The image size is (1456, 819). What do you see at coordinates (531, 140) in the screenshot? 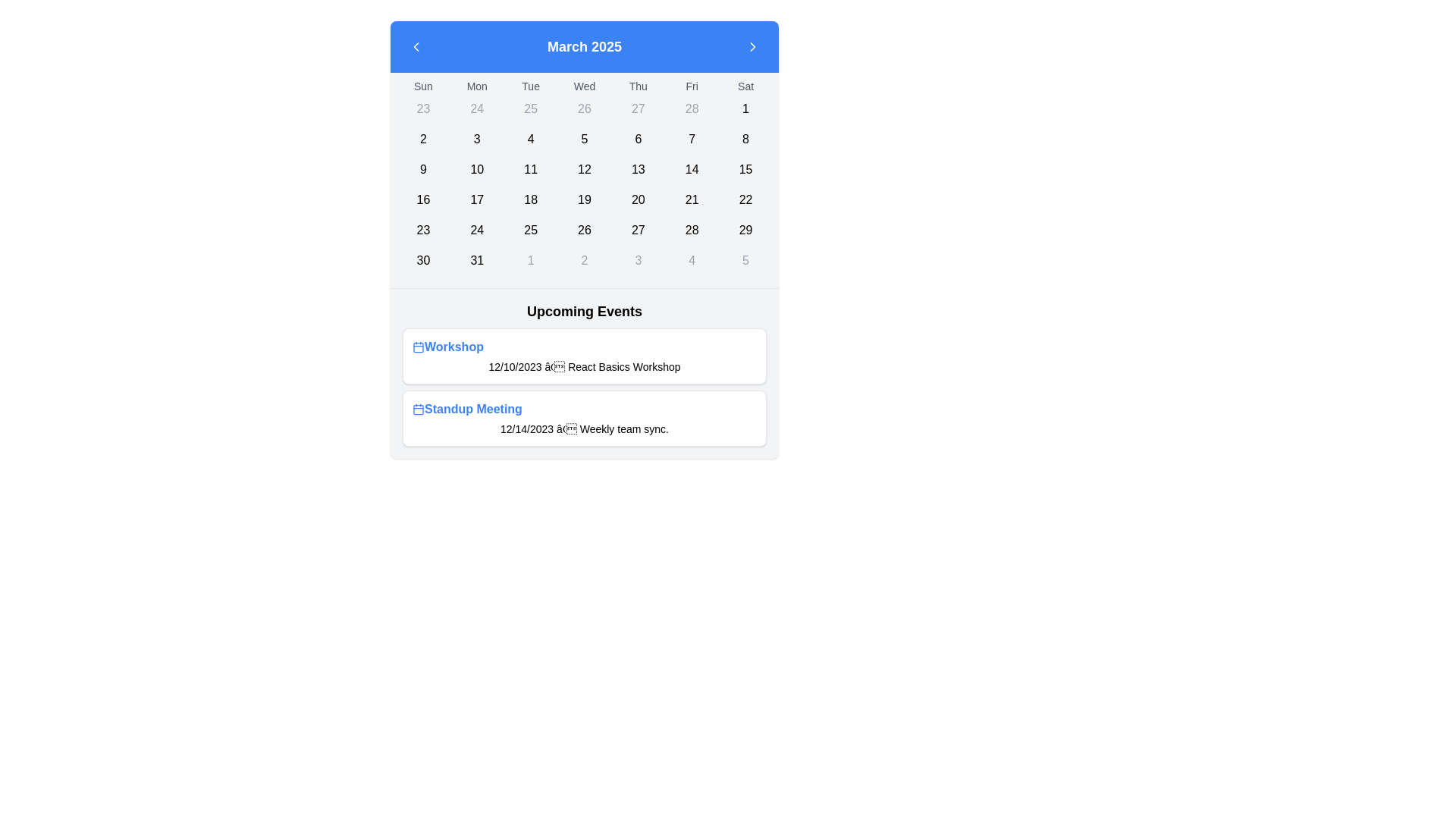
I see `the calendar day cell displaying the number '4'` at bounding box center [531, 140].